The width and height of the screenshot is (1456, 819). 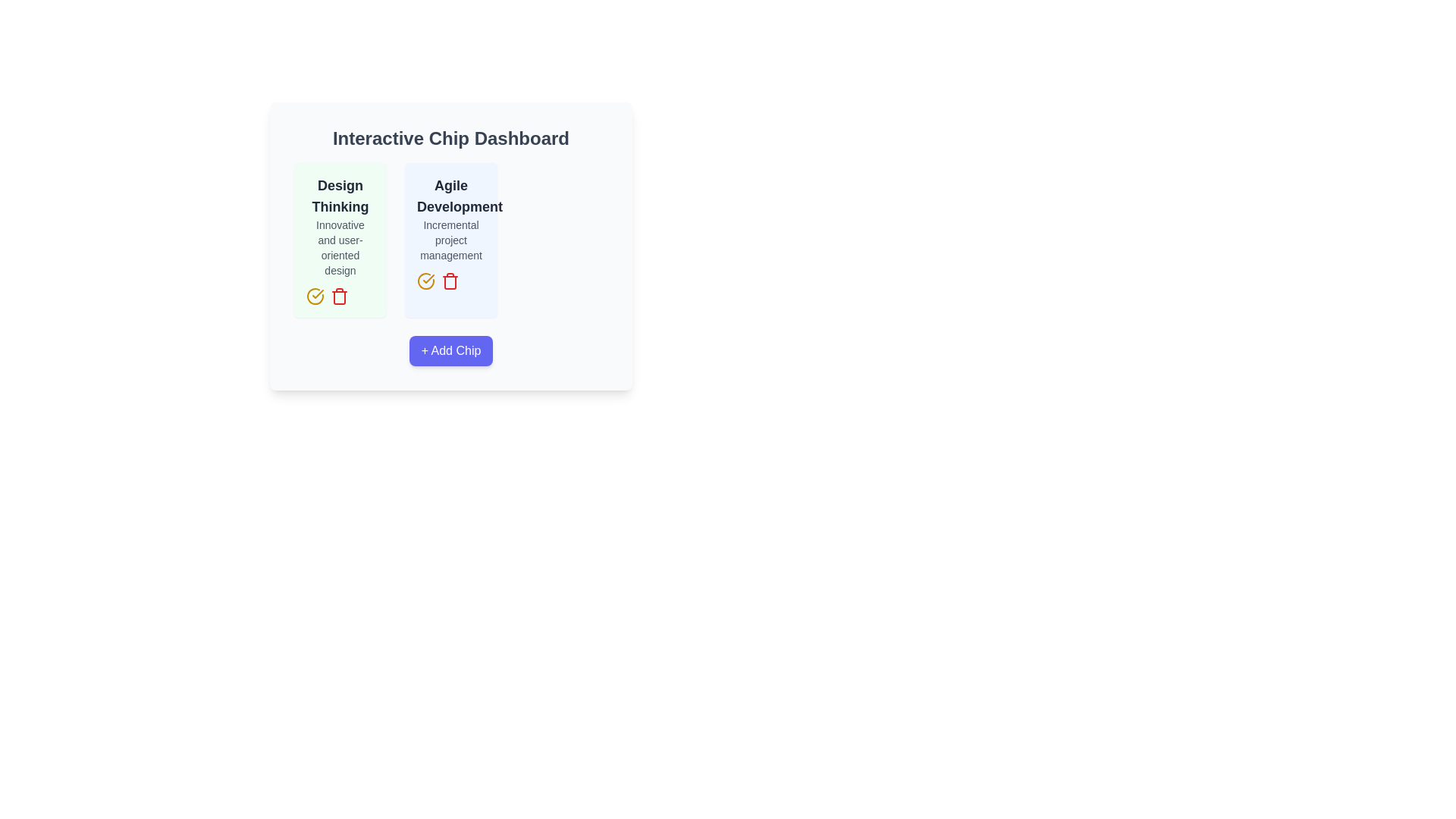 I want to click on the 'Design Thinking' card, so click(x=340, y=239).